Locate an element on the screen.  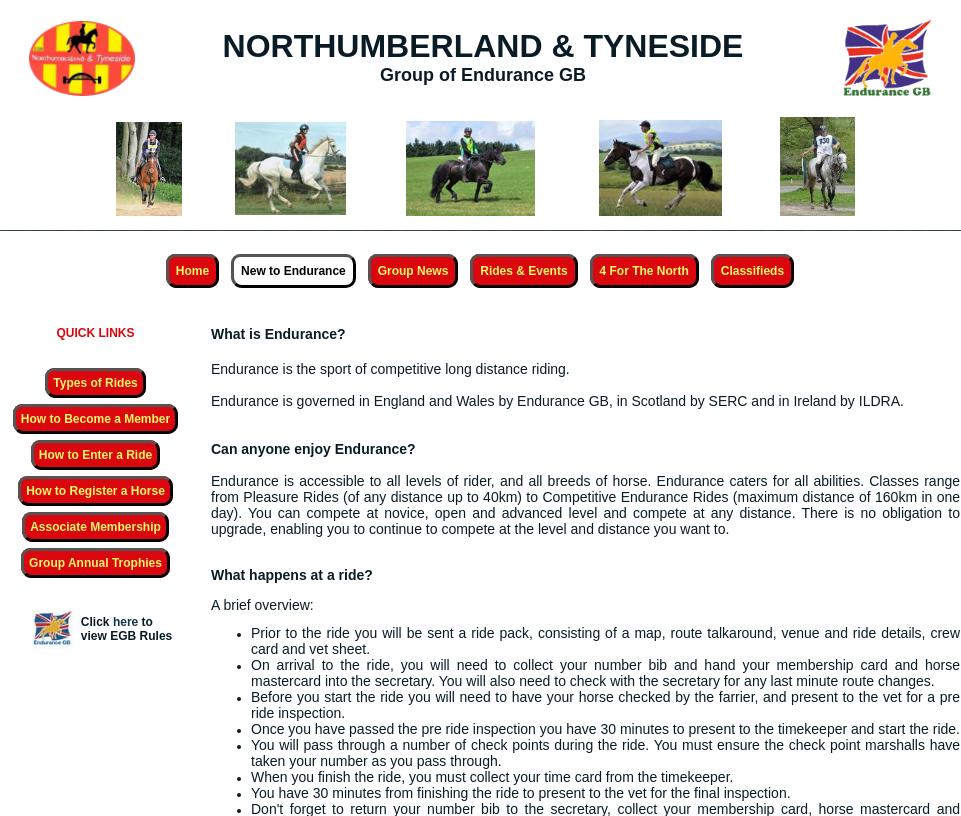
'How to Become a Member' is located at coordinates (95, 418).